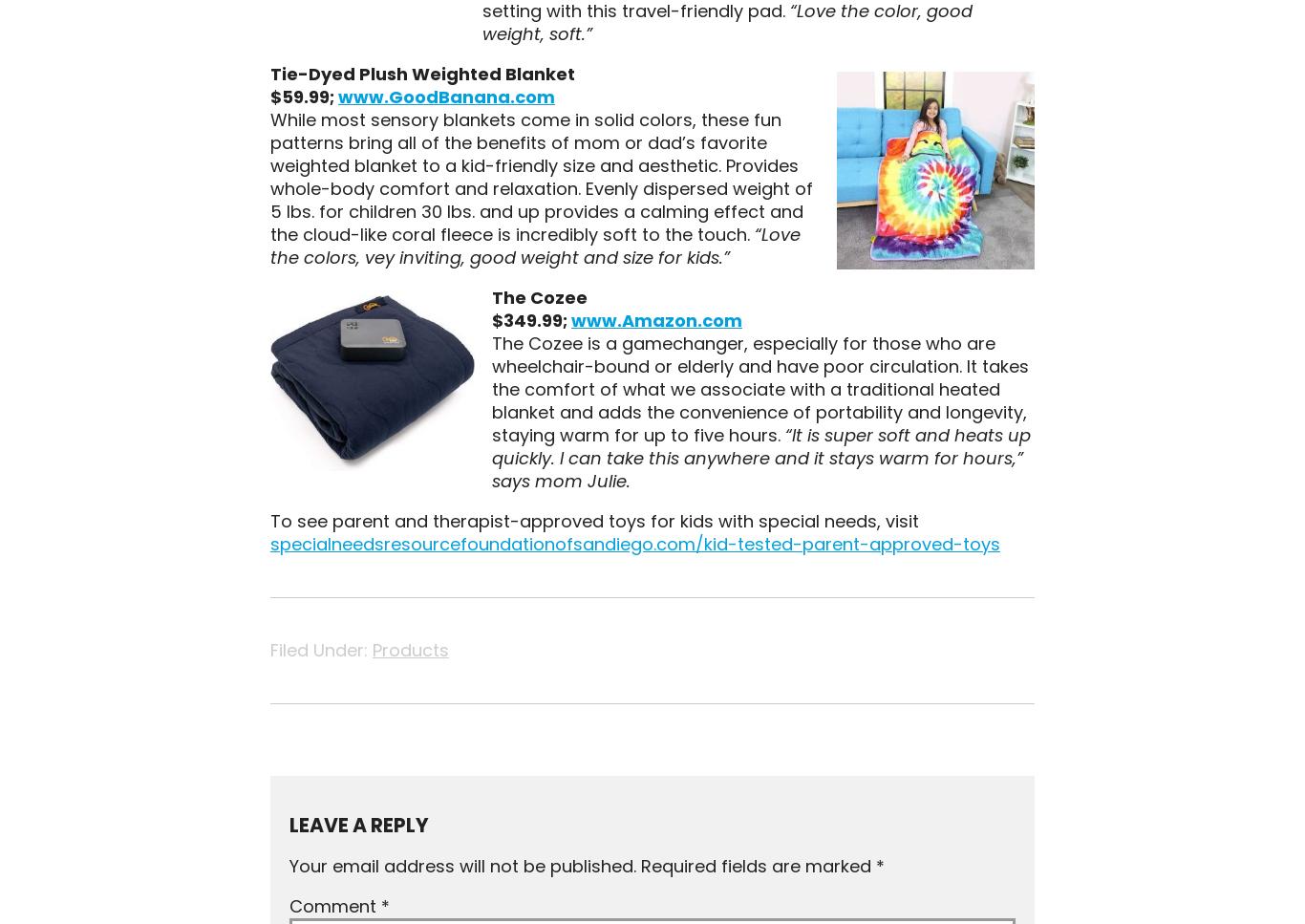 The width and height of the screenshot is (1305, 924). I want to click on 'The Cozee', so click(539, 296).